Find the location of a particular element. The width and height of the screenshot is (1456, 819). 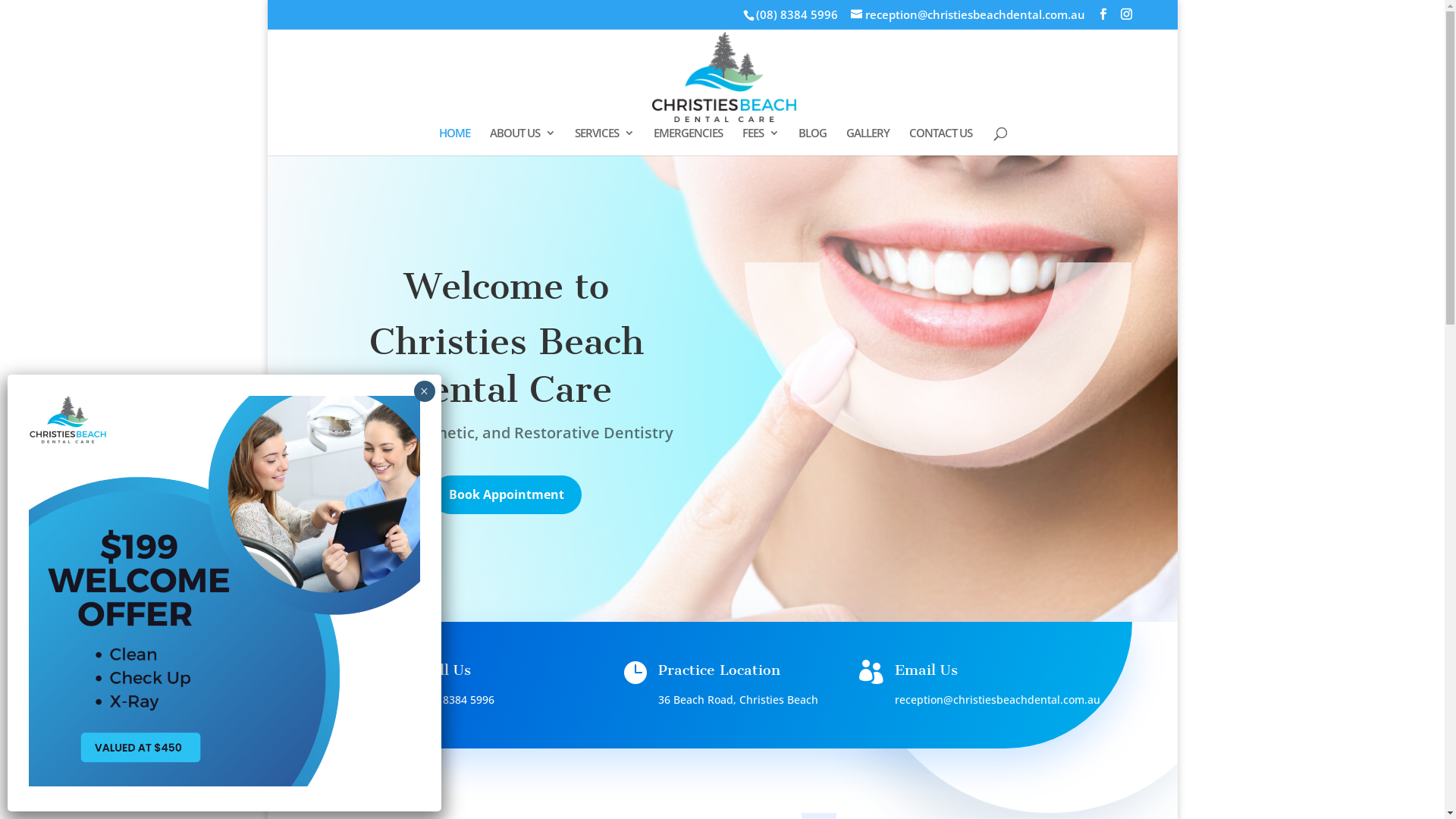

'(08) 8384 5996' is located at coordinates (422, 699).